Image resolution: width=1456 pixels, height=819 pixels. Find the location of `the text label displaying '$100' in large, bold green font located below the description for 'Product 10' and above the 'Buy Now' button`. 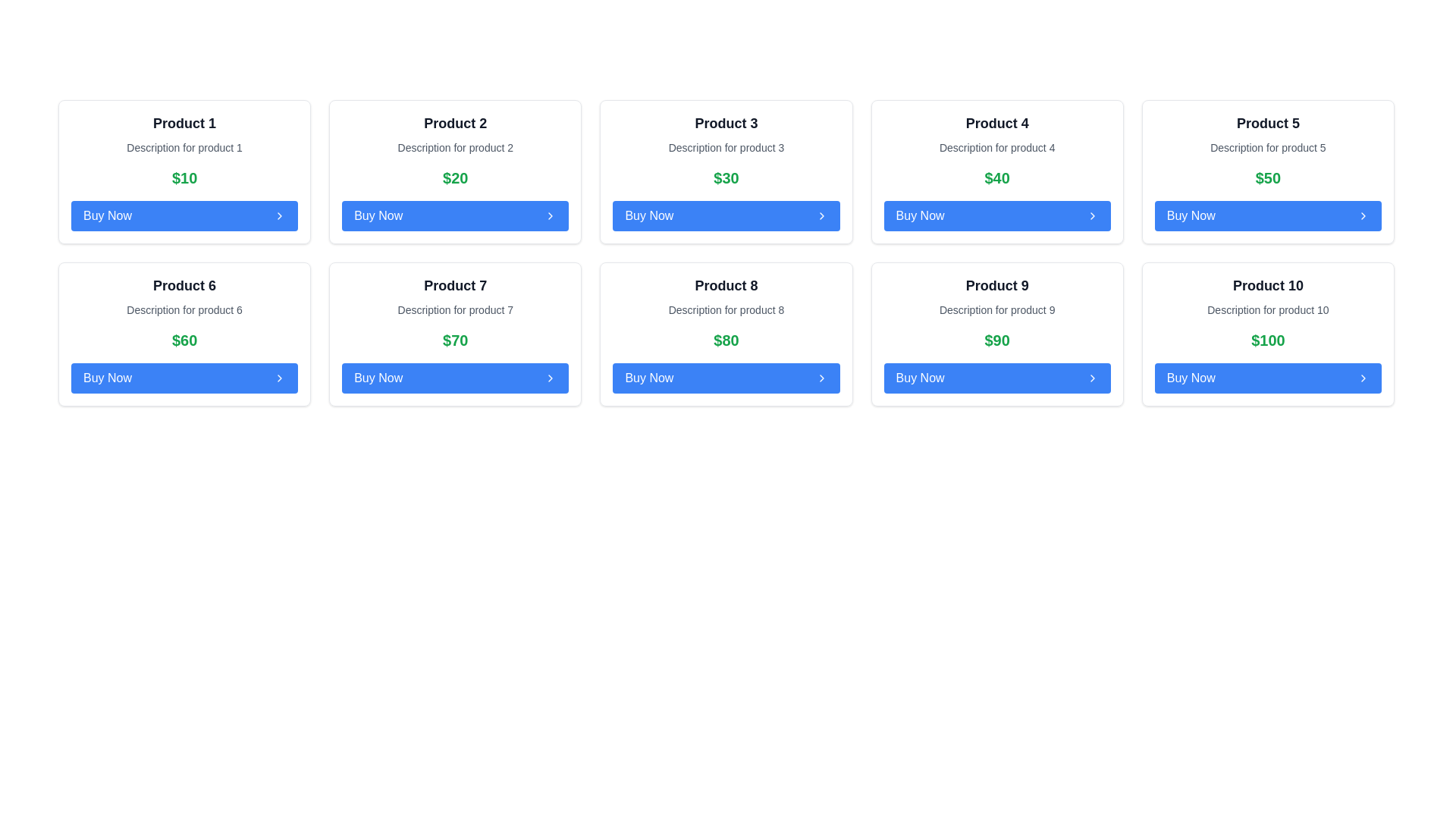

the text label displaying '$100' in large, bold green font located below the description for 'Product 10' and above the 'Buy Now' button is located at coordinates (1268, 339).